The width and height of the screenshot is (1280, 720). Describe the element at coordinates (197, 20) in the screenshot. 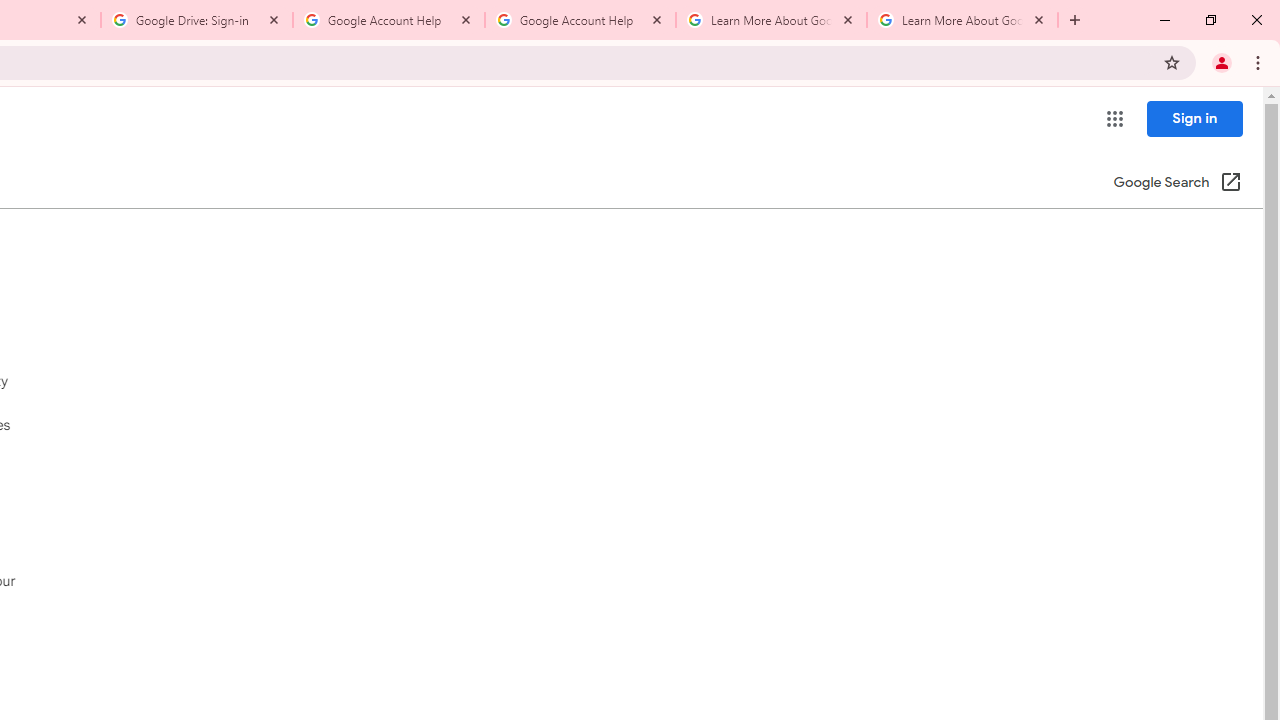

I see `'Google Drive: Sign-in'` at that location.